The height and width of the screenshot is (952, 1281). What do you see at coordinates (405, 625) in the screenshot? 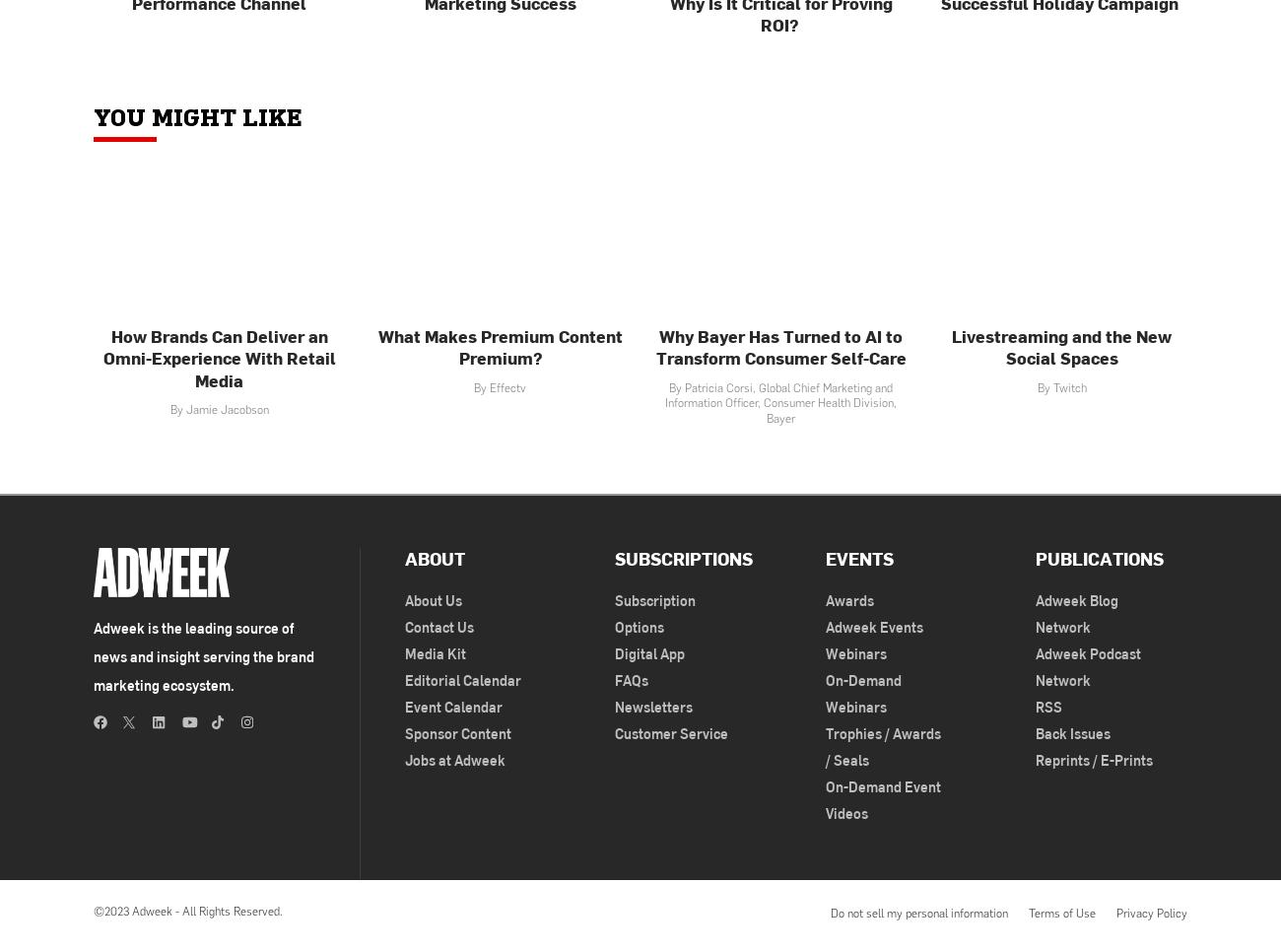
I see `'Contact Us'` at bounding box center [405, 625].